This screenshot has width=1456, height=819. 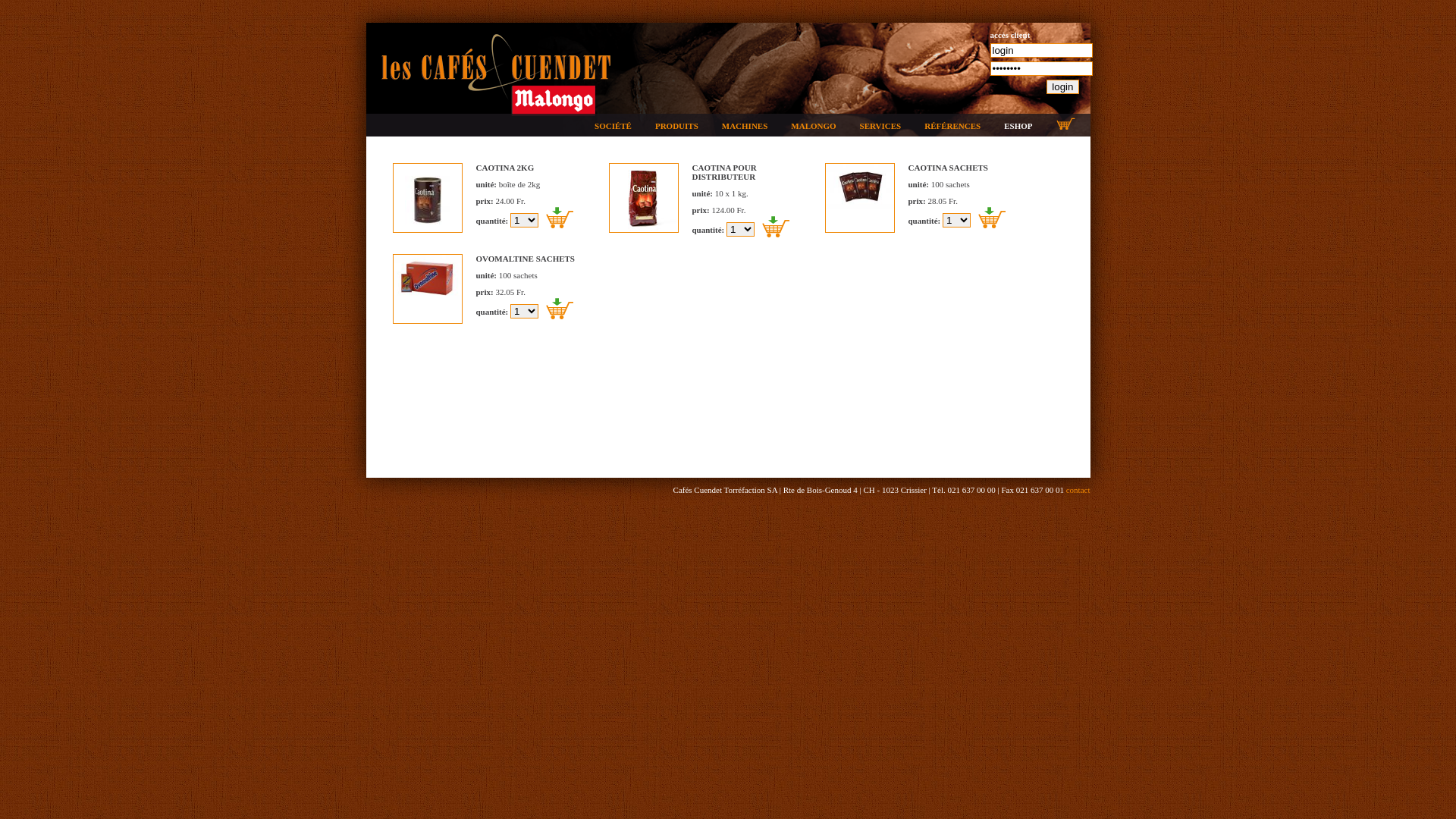 What do you see at coordinates (643, 197) in the screenshot?
I see `'Caotina, voir +...'` at bounding box center [643, 197].